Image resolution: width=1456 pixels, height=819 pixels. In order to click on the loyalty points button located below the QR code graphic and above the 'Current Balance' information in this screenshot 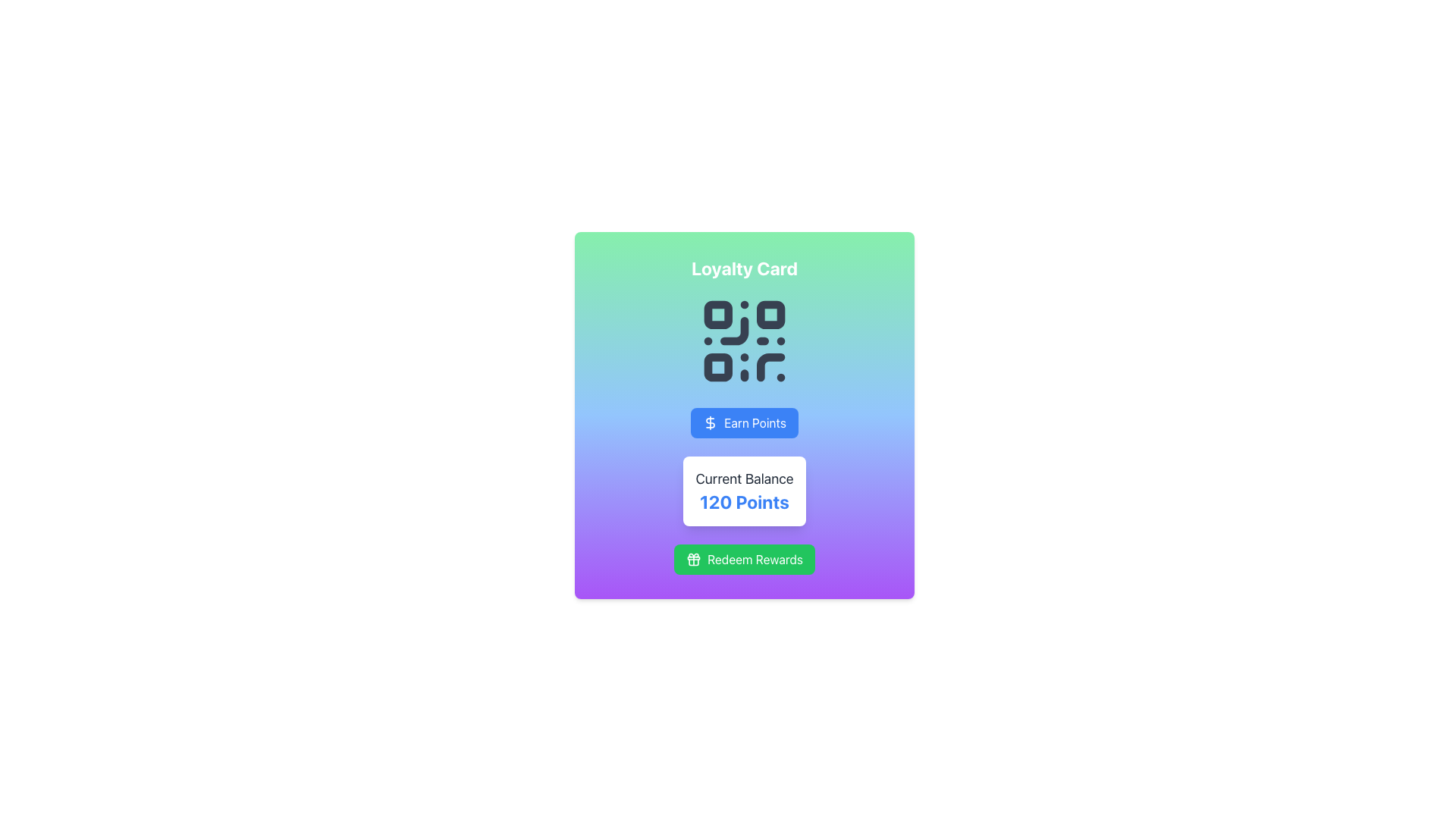, I will do `click(745, 415)`.